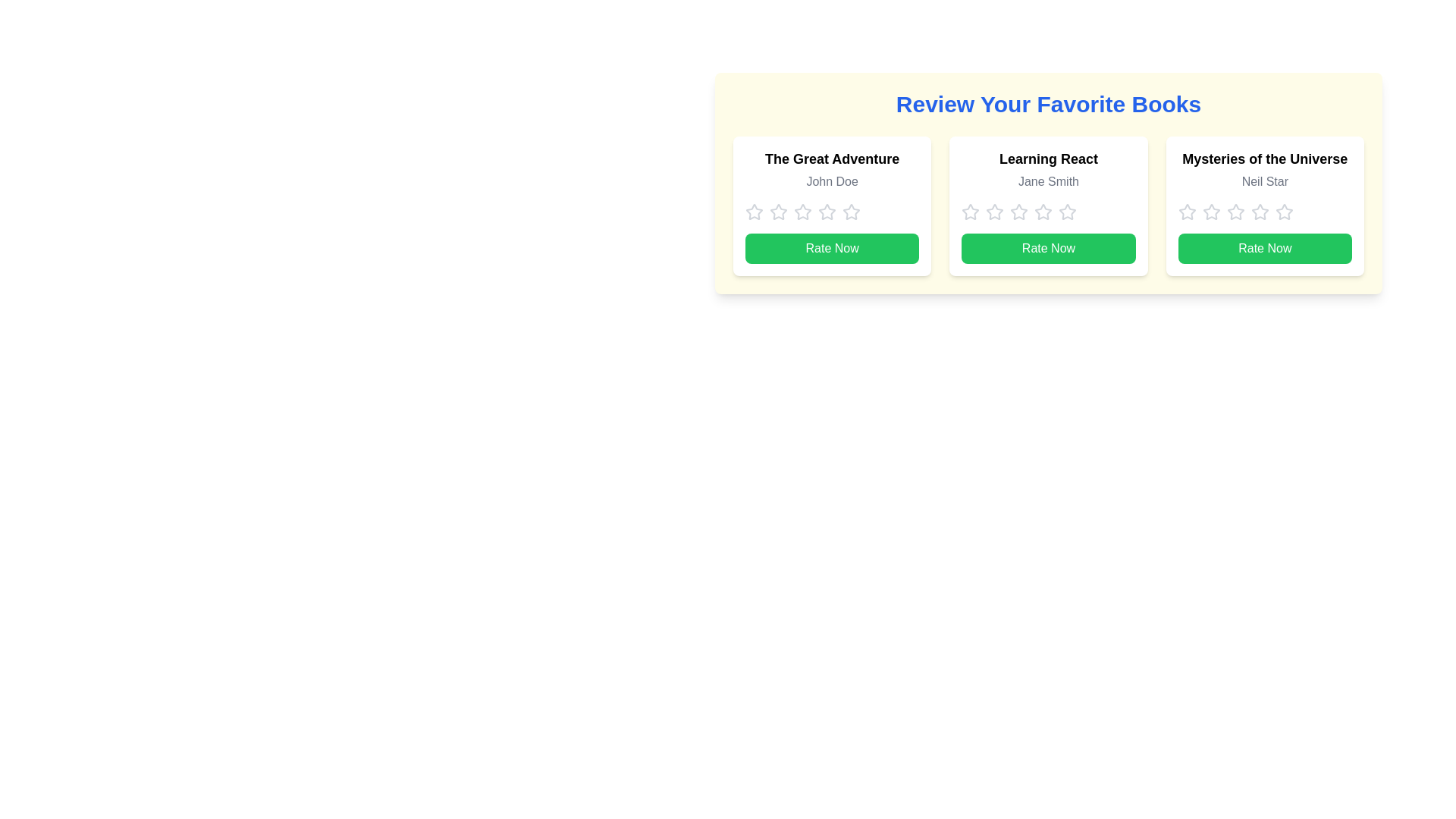 This screenshot has width=1456, height=819. I want to click on text content from the title and author information block located at the top of the rightmost card under the 'Review Your Favorite Books' section, so click(1265, 171).